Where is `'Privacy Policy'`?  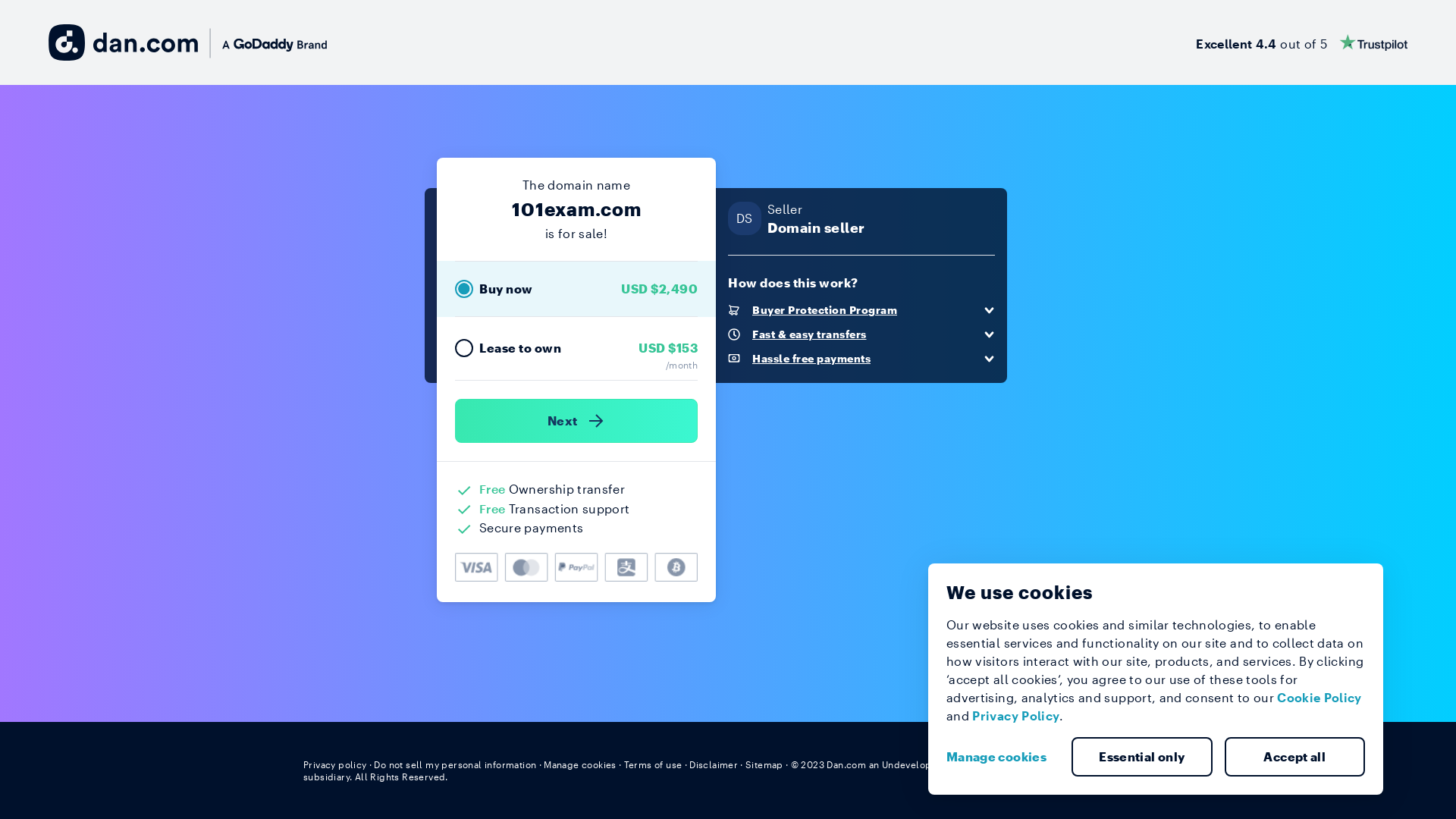 'Privacy Policy' is located at coordinates (1015, 715).